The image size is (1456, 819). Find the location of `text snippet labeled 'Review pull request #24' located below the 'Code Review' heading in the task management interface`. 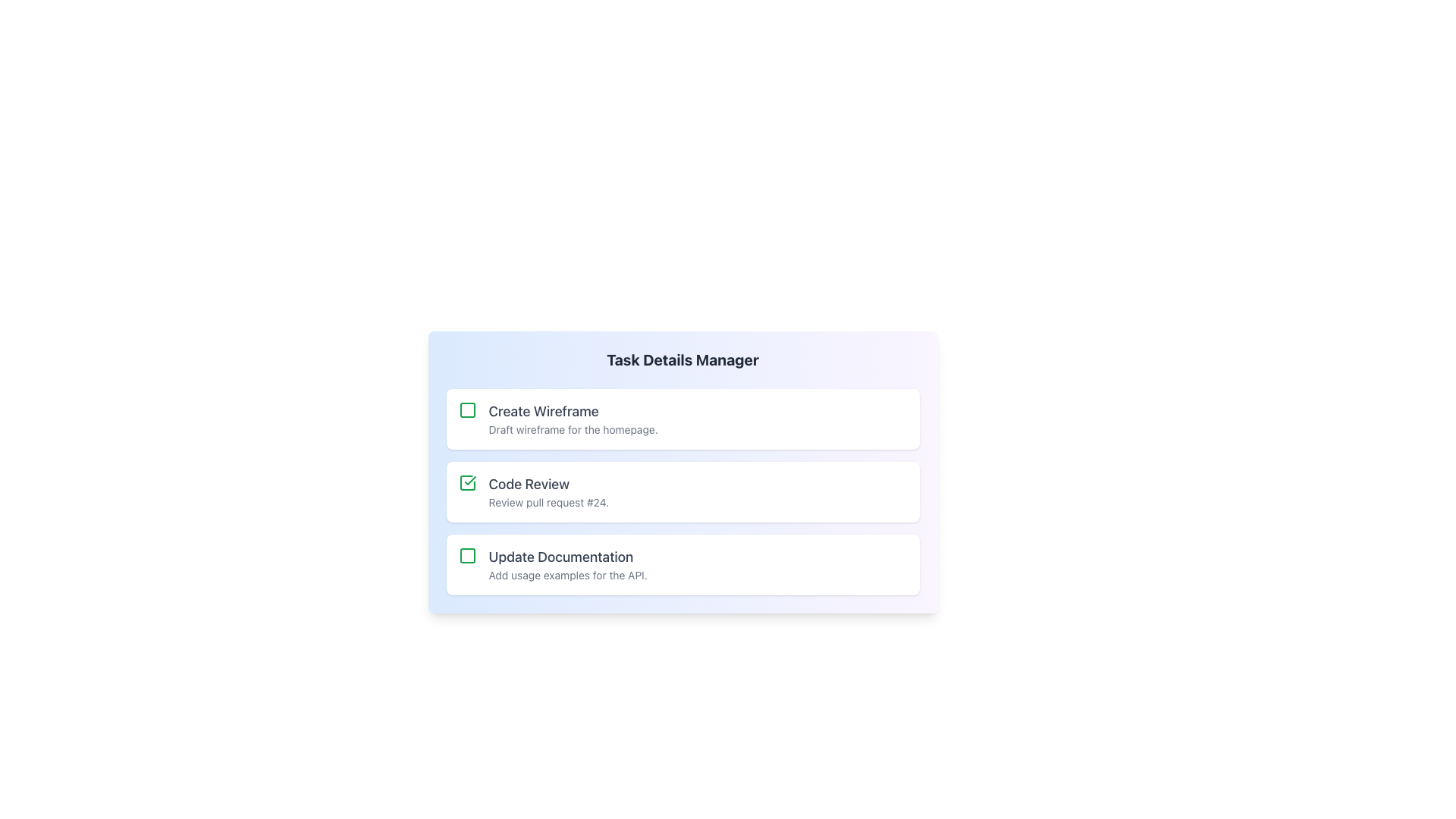

text snippet labeled 'Review pull request #24' located below the 'Code Review' heading in the task management interface is located at coordinates (548, 503).